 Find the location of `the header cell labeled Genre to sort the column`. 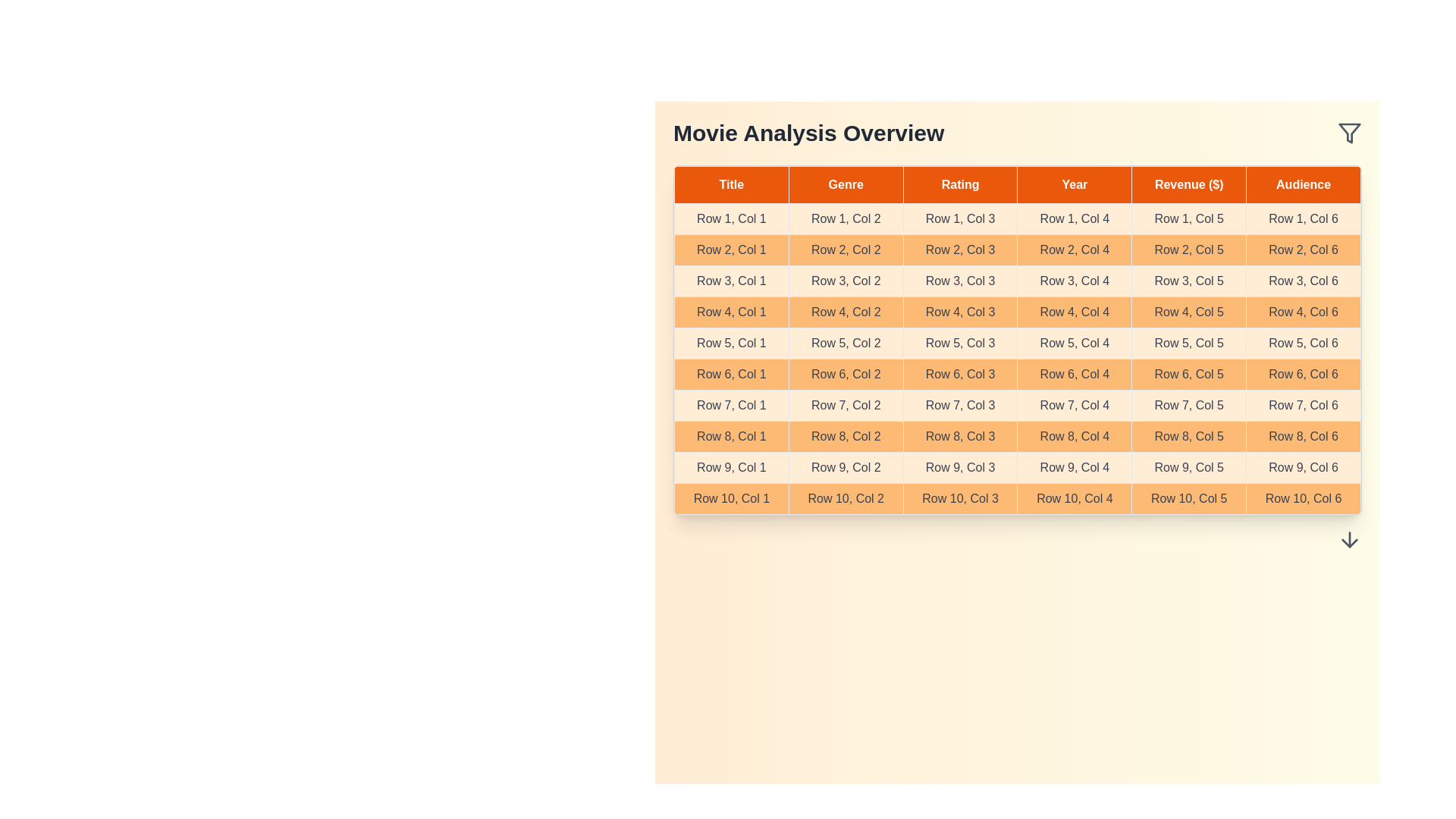

the header cell labeled Genre to sort the column is located at coordinates (845, 184).